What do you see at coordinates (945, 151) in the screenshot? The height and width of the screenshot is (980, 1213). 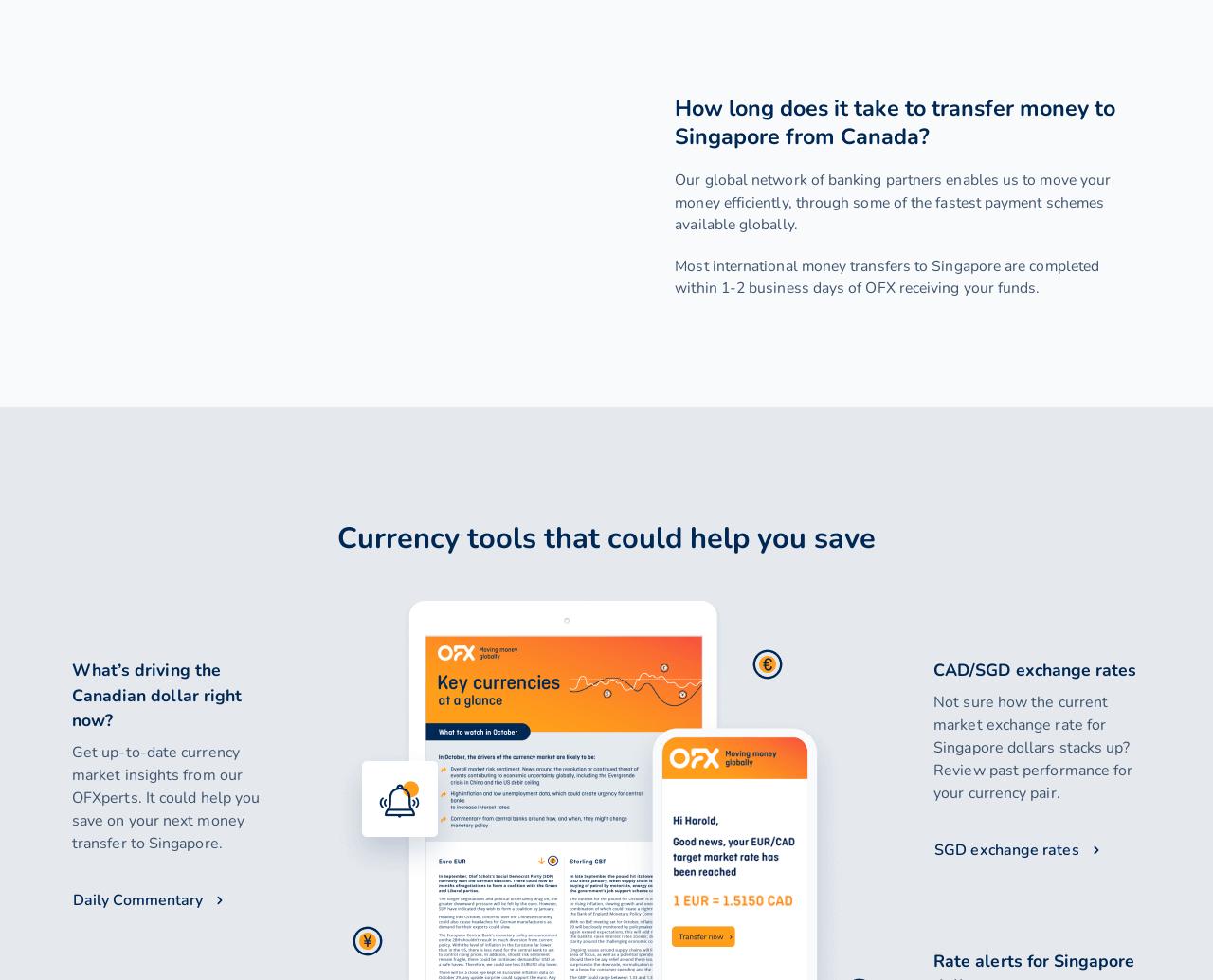 I see `'Find us on social media'` at bounding box center [945, 151].